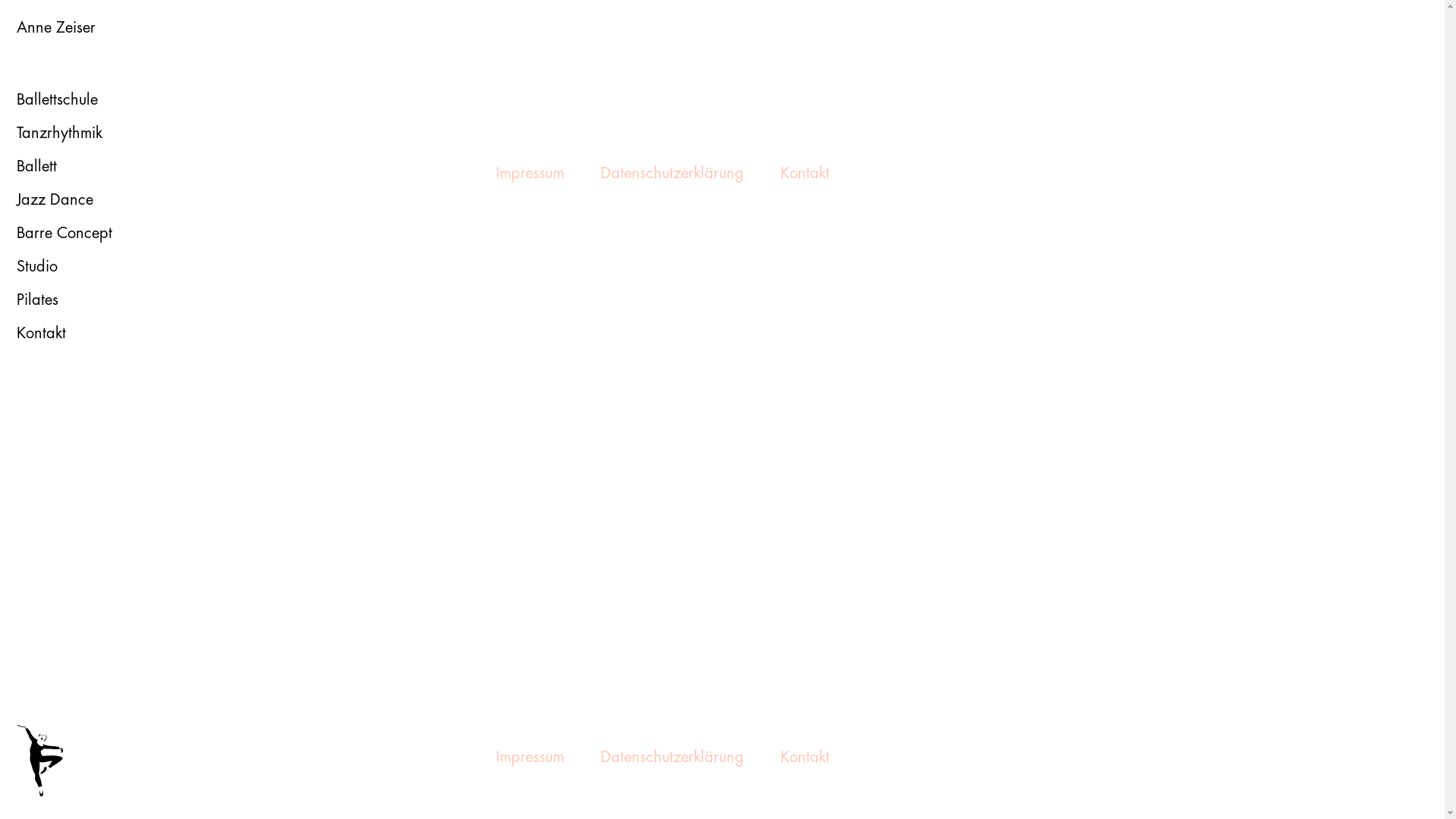  I want to click on 'Kontakt', so click(17, 332).